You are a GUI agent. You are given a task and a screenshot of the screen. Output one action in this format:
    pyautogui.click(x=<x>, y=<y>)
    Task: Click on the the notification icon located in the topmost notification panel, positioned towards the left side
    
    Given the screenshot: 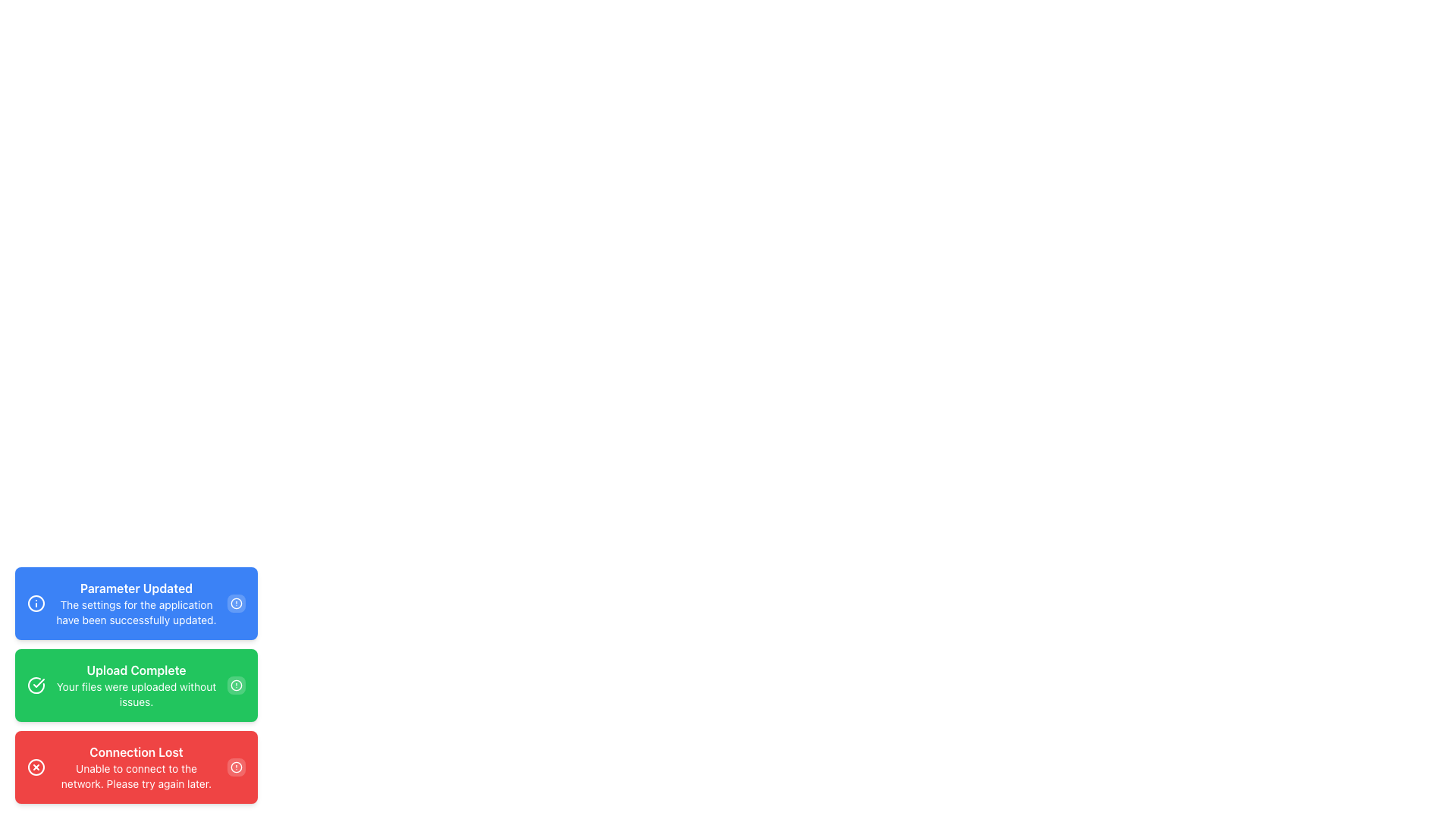 What is the action you would take?
    pyautogui.click(x=36, y=602)
    